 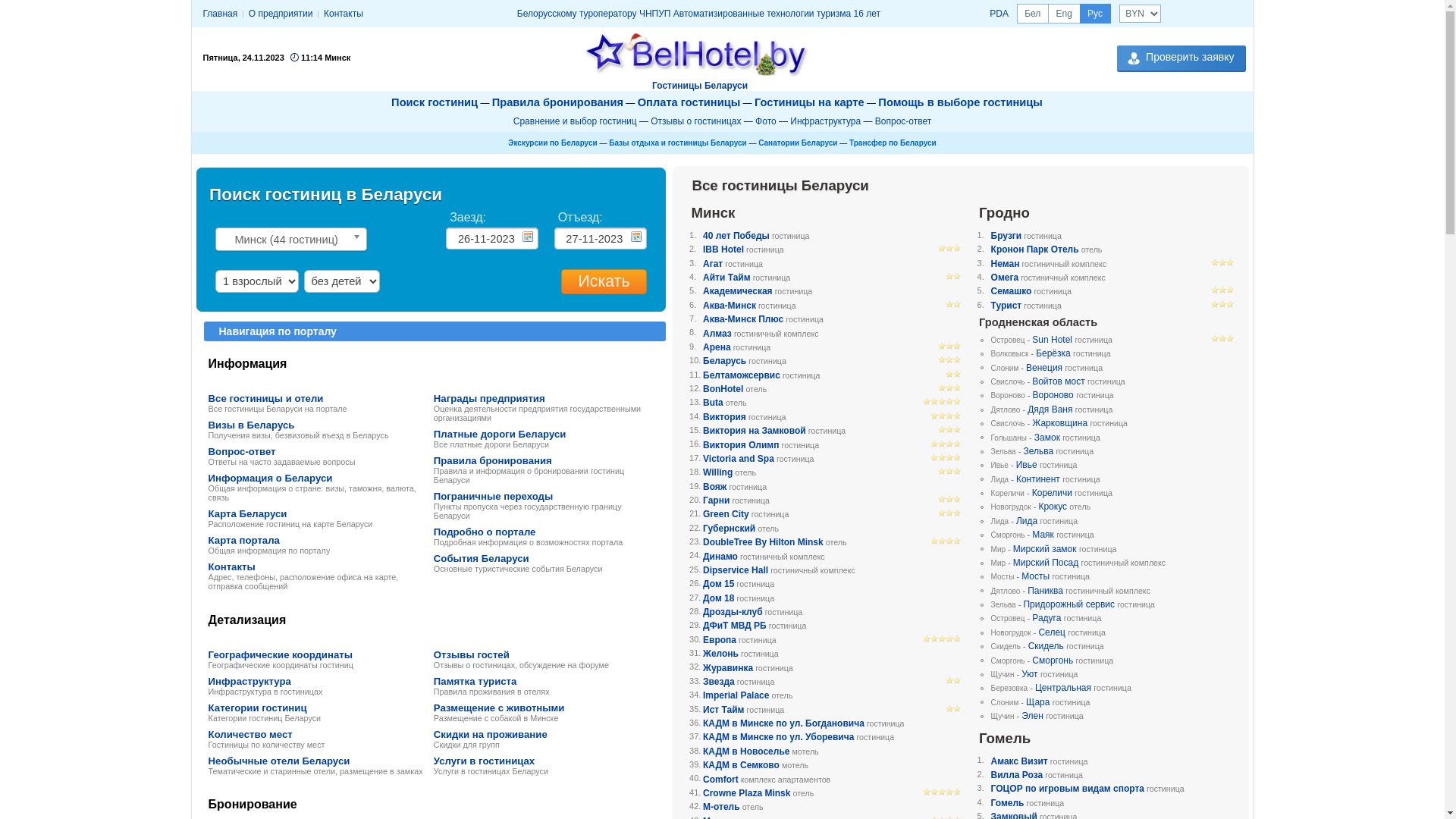 I want to click on 'Victoria and Spa', so click(x=739, y=458).